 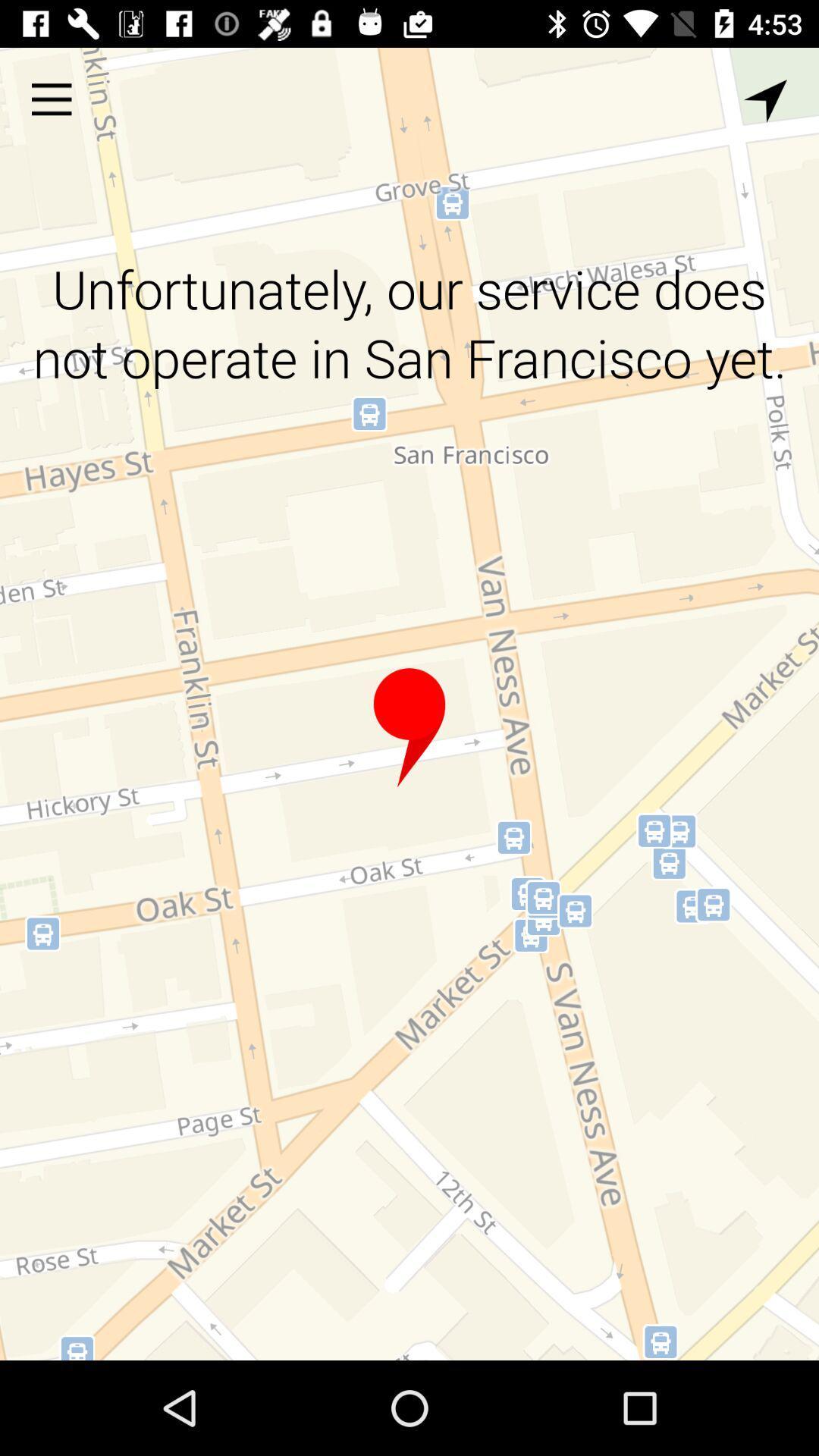 I want to click on location, so click(x=409, y=728).